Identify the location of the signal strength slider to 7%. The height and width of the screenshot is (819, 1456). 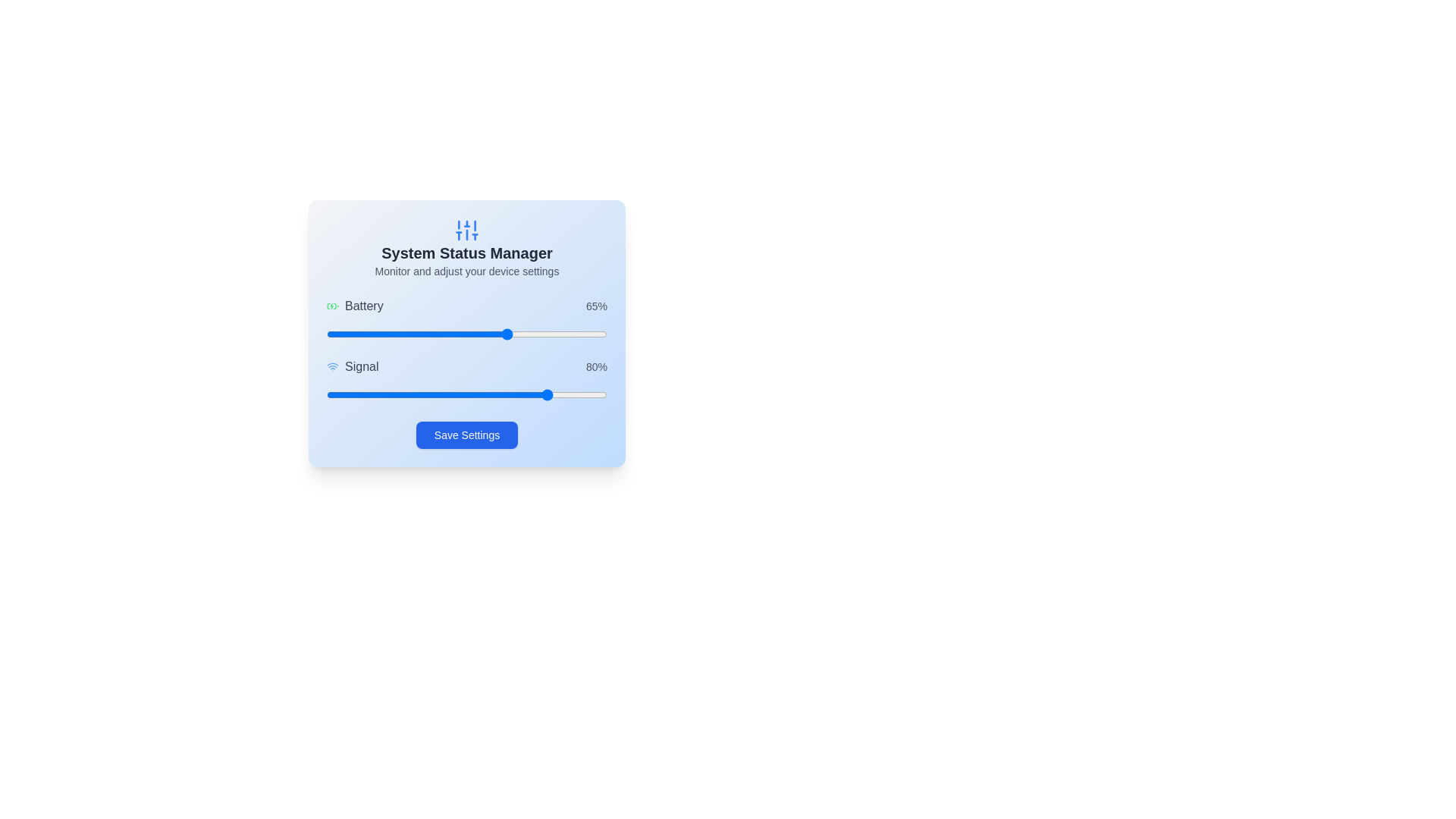
(345, 394).